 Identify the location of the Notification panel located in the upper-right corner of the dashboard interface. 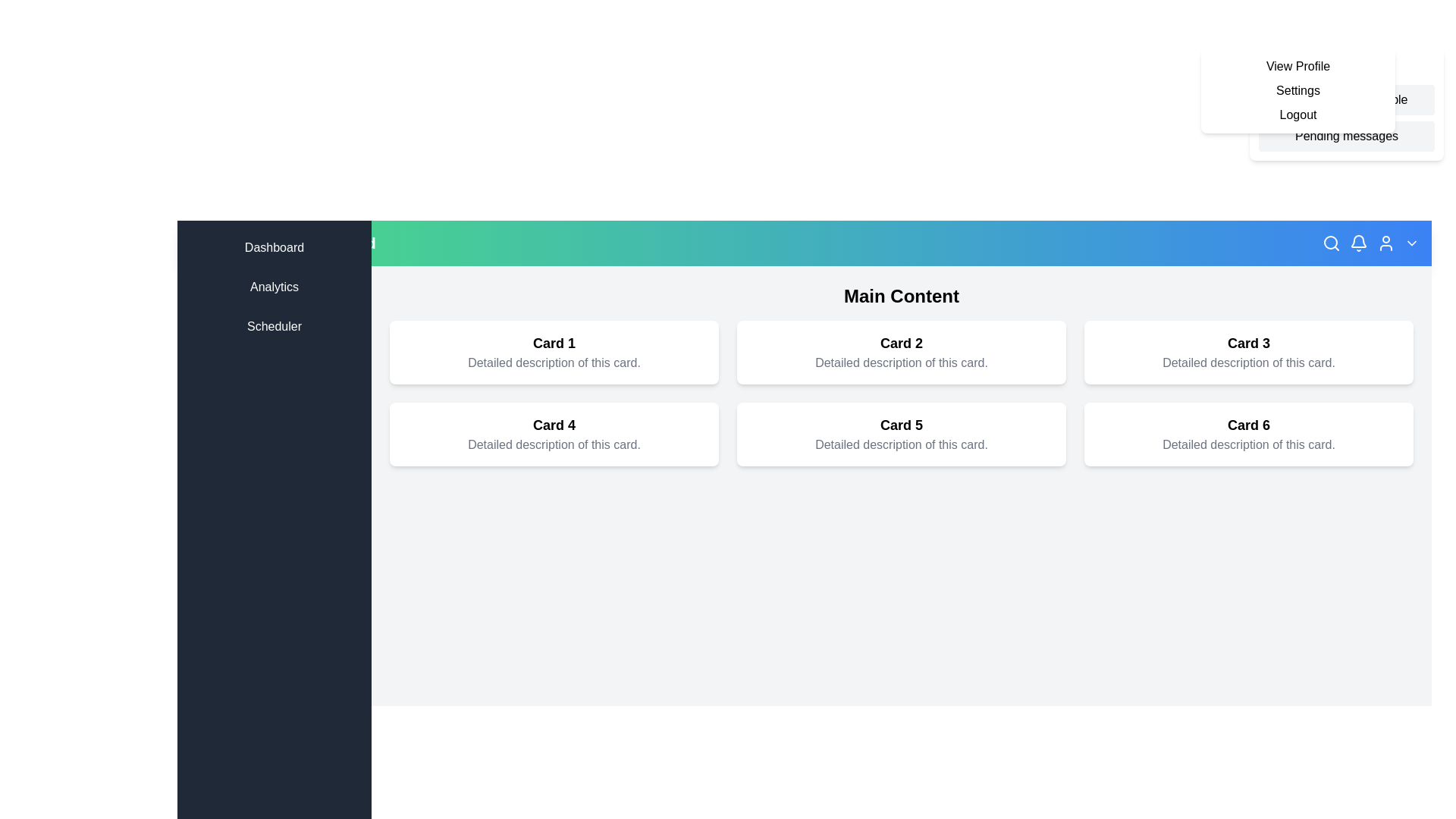
(1347, 104).